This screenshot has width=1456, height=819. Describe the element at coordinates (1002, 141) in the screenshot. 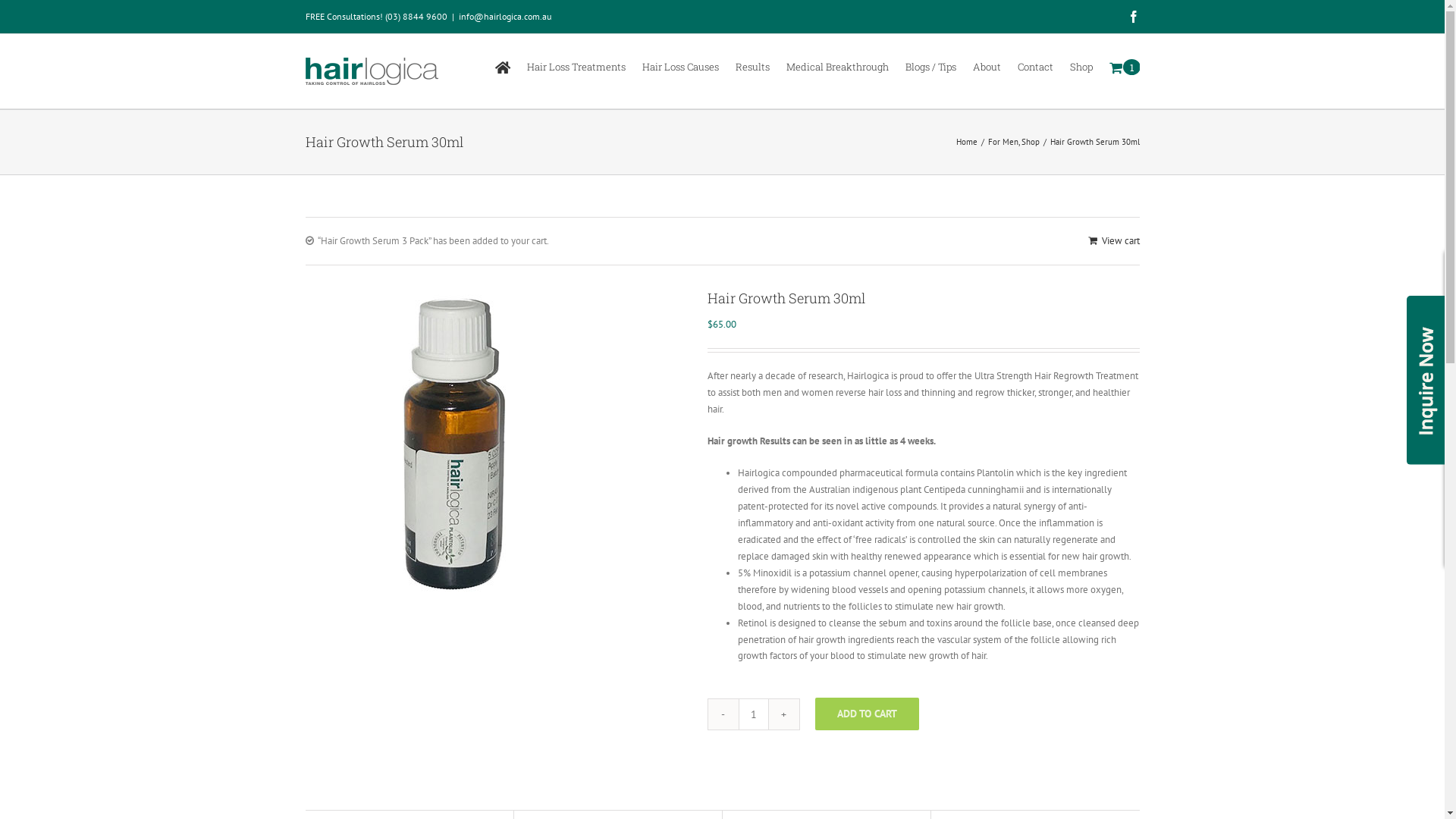

I see `'For Men'` at that location.